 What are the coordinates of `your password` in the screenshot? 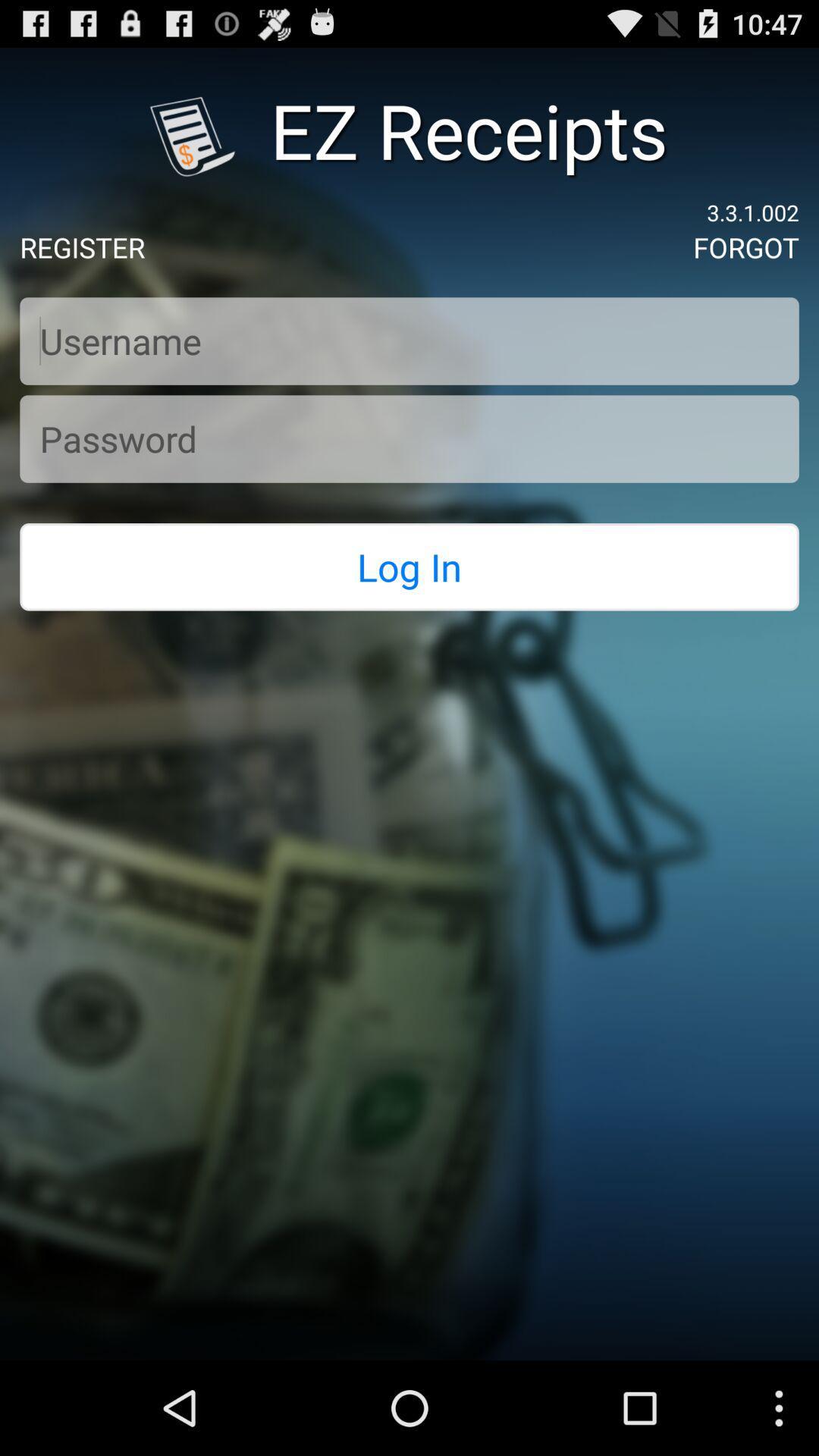 It's located at (409, 438).